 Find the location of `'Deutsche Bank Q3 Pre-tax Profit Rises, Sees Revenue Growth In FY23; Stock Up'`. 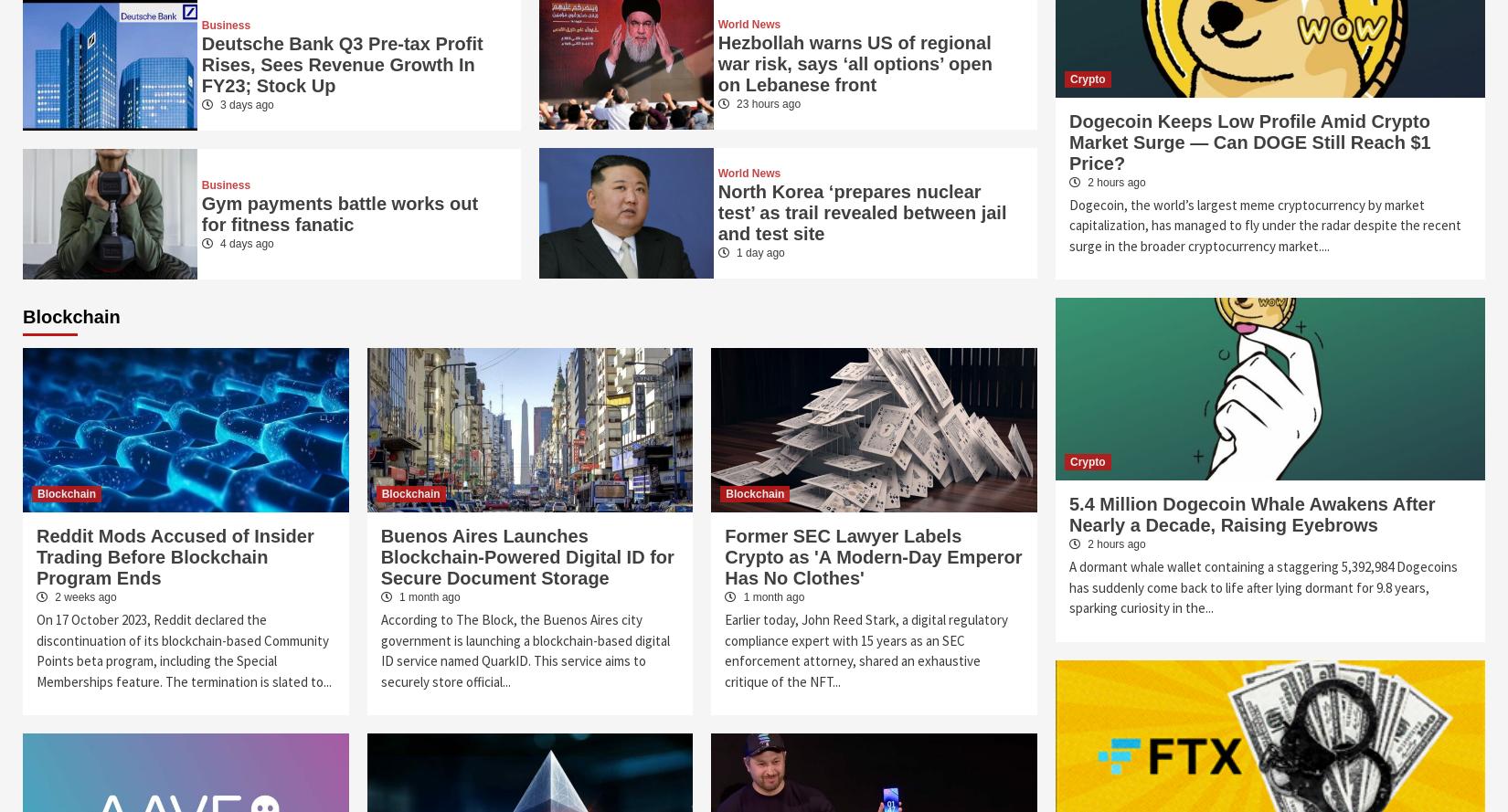

'Deutsche Bank Q3 Pre-tax Profit Rises, Sees Revenue Growth In FY23; Stock Up' is located at coordinates (342, 64).